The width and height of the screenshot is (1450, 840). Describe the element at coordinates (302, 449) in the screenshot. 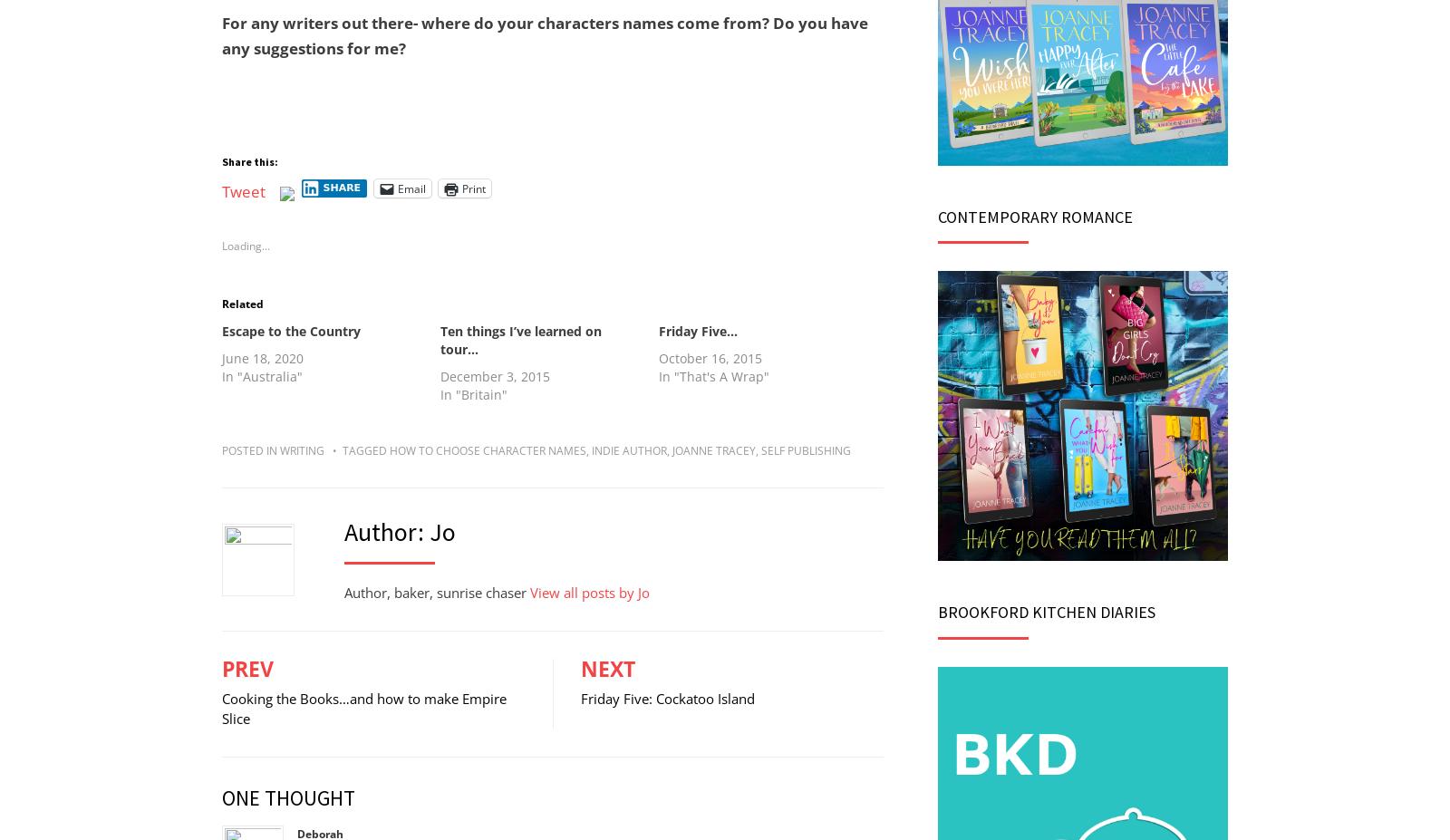

I see `'Writing'` at that location.